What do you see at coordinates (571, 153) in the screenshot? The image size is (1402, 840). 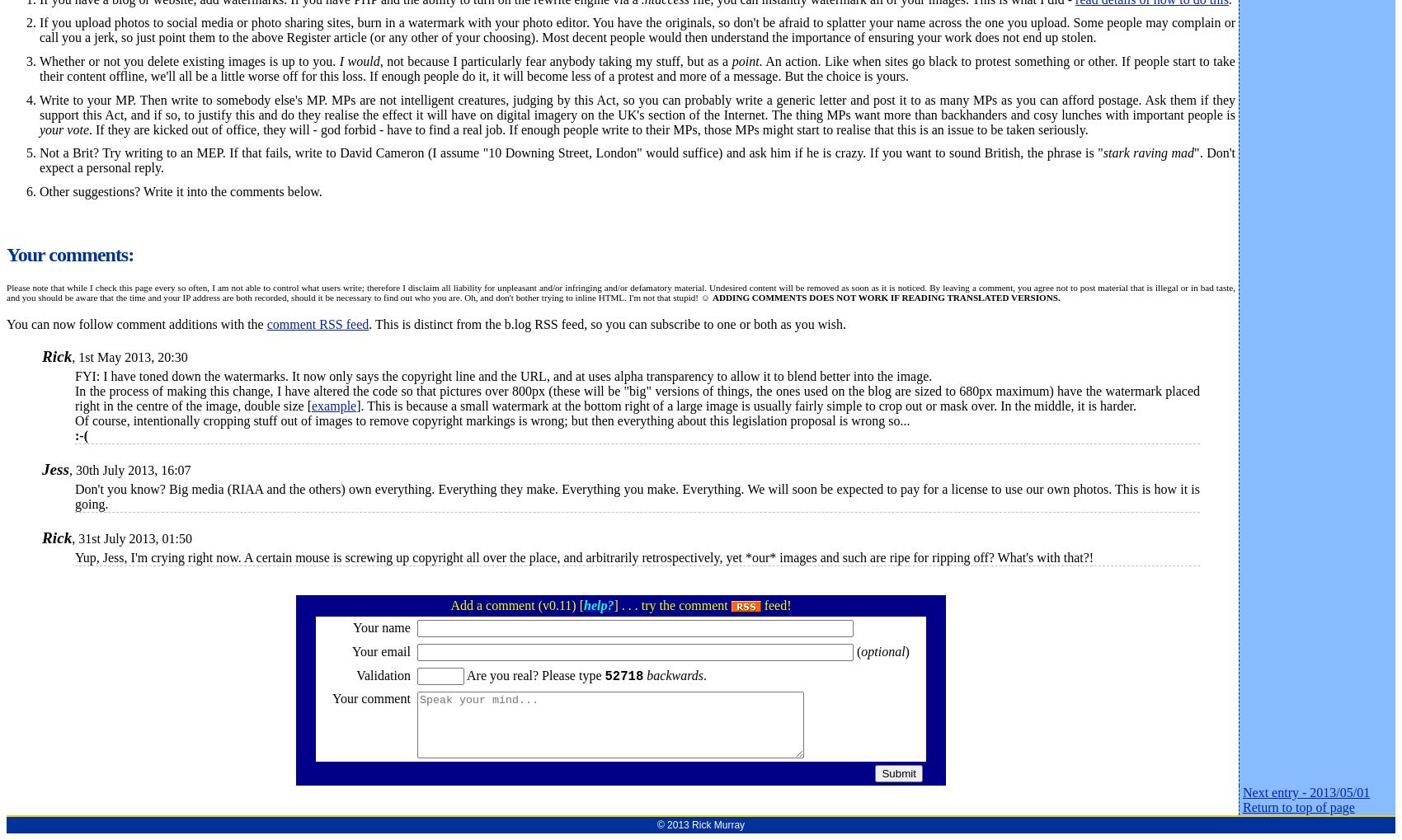 I see `'Not a Brit? Try writing to an MEP. If that fails, write to David Cameron (I assume "10 Downing Street, London" would suffice) and ask him if he is crazy. If you want to sound British, the phrase is "'` at bounding box center [571, 153].